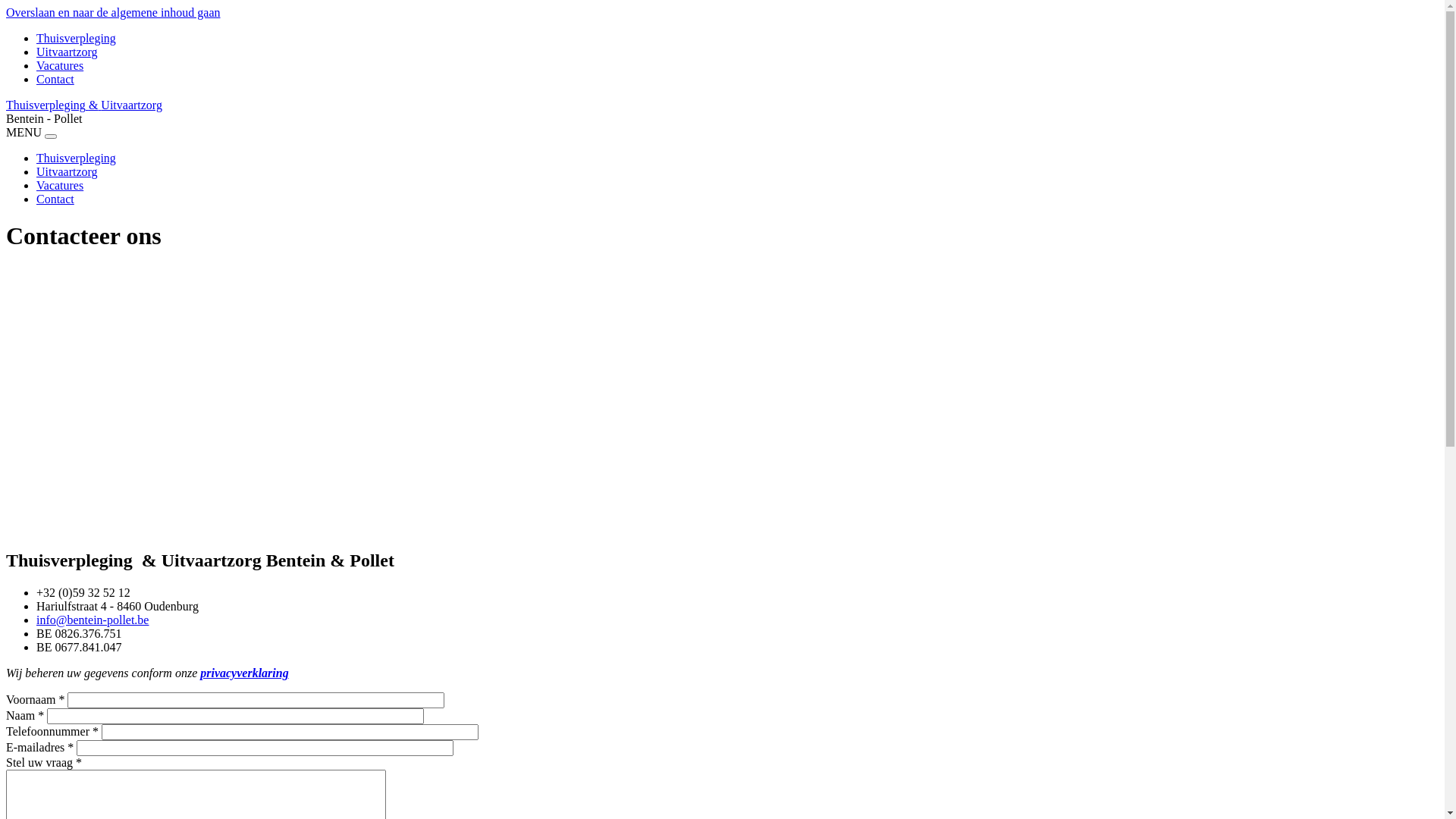 This screenshot has width=1456, height=819. What do you see at coordinates (243, 672) in the screenshot?
I see `'privacyverklaring'` at bounding box center [243, 672].